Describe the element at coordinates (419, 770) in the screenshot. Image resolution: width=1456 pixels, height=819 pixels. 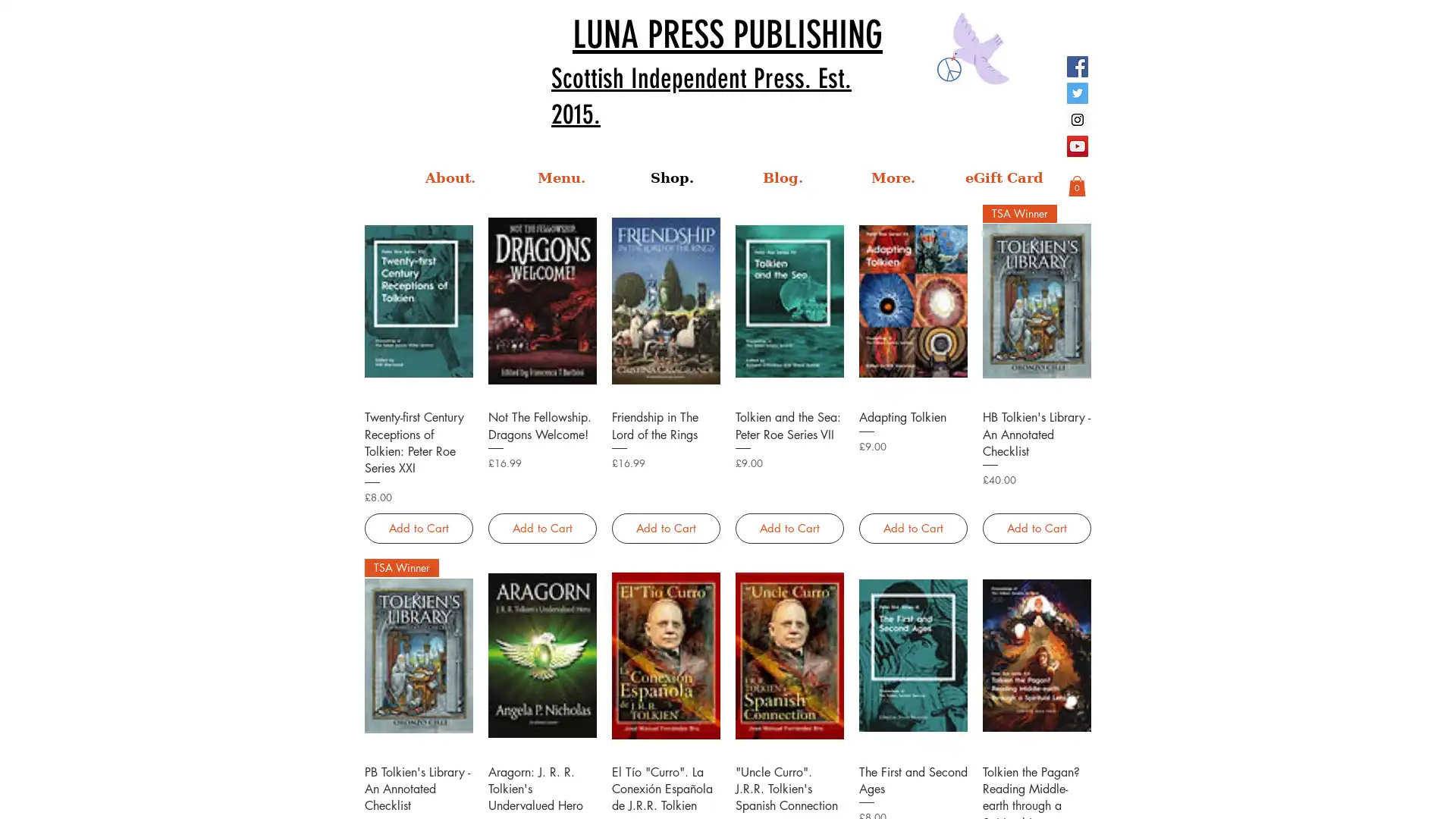
I see `Quick View` at that location.